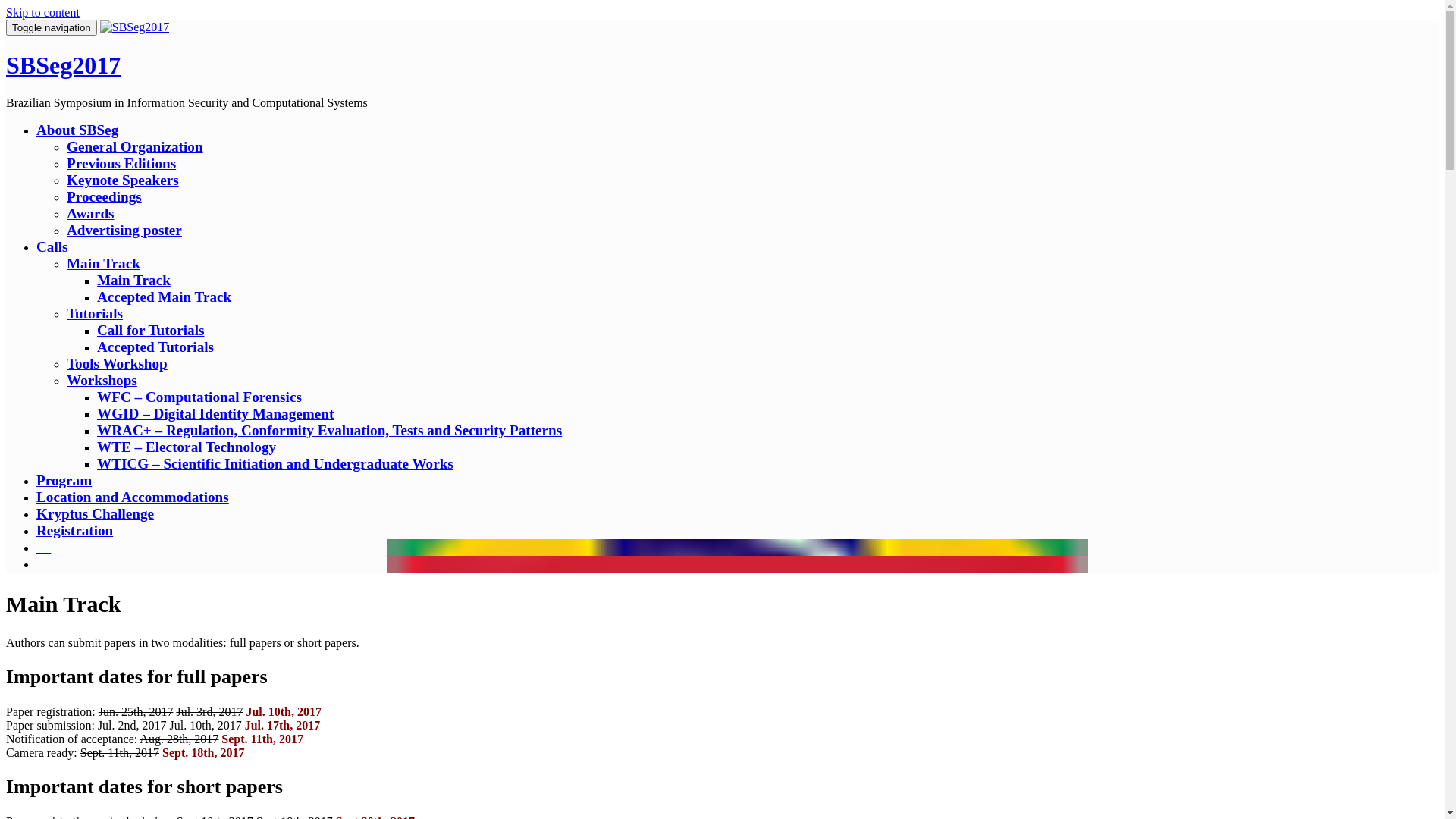  Describe the element at coordinates (52, 246) in the screenshot. I see `'Calls'` at that location.